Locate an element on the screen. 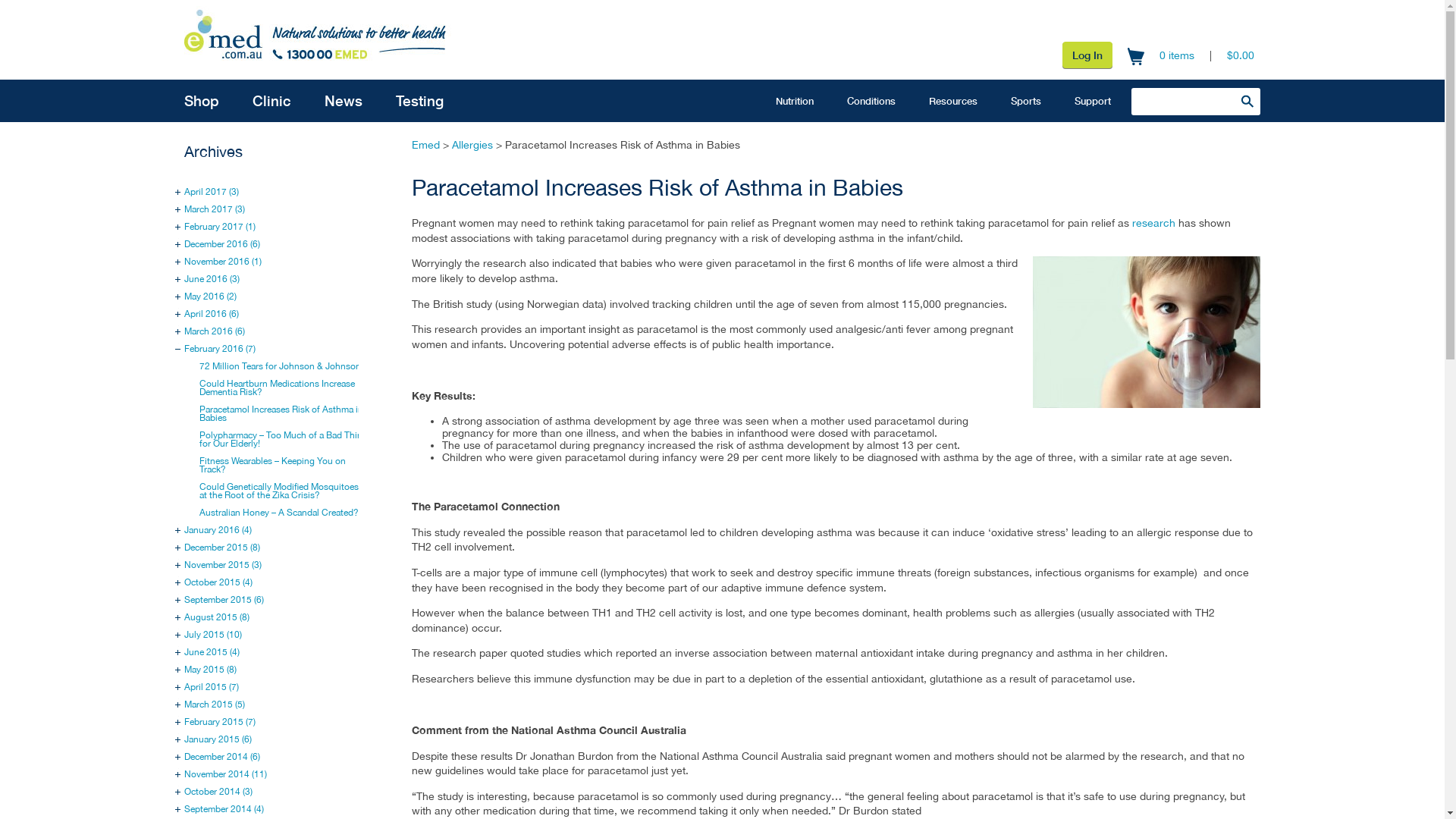 This screenshot has height=819, width=1456. 'December 2015 (8)' is located at coordinates (221, 547).